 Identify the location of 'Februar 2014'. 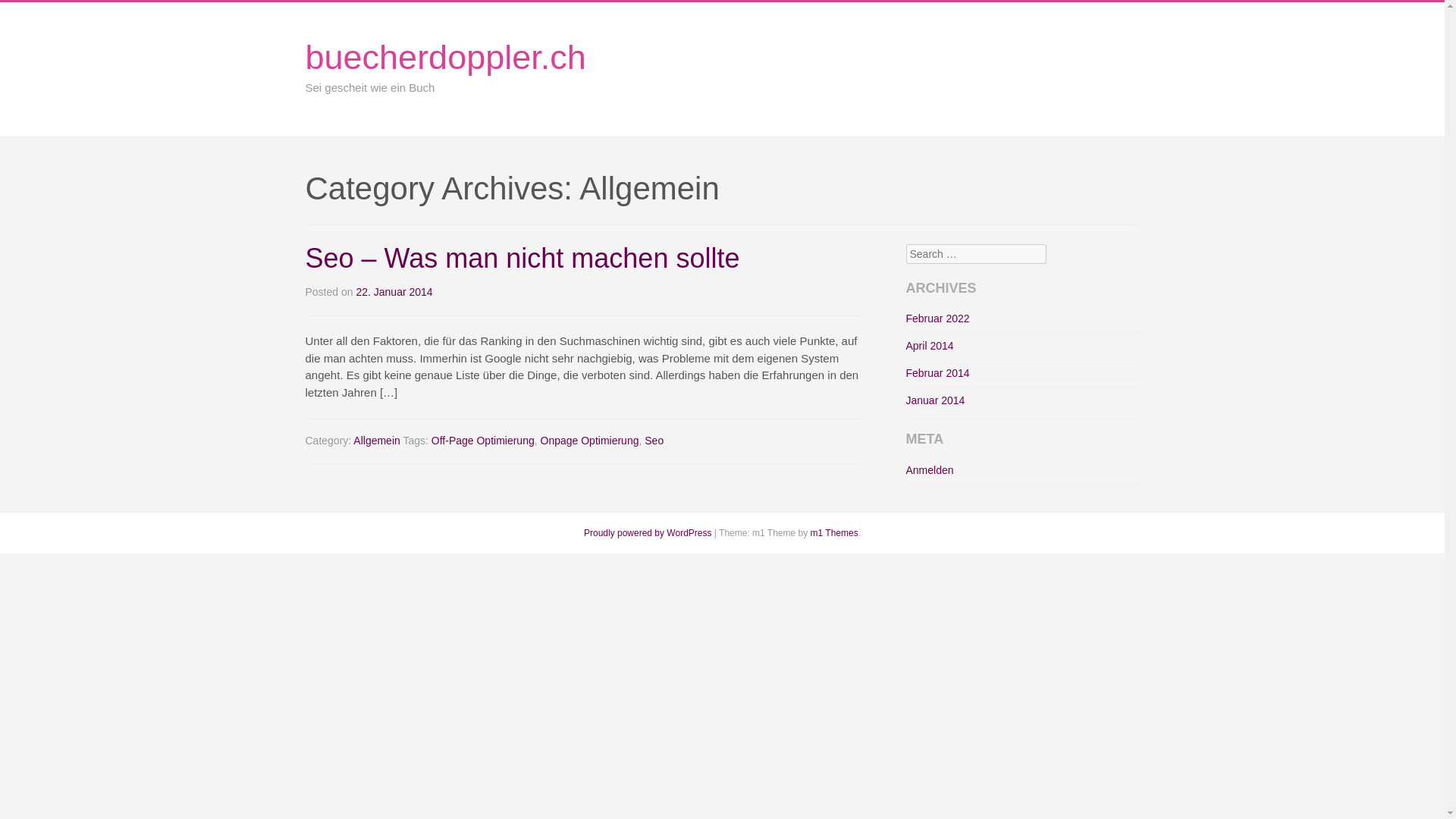
(937, 373).